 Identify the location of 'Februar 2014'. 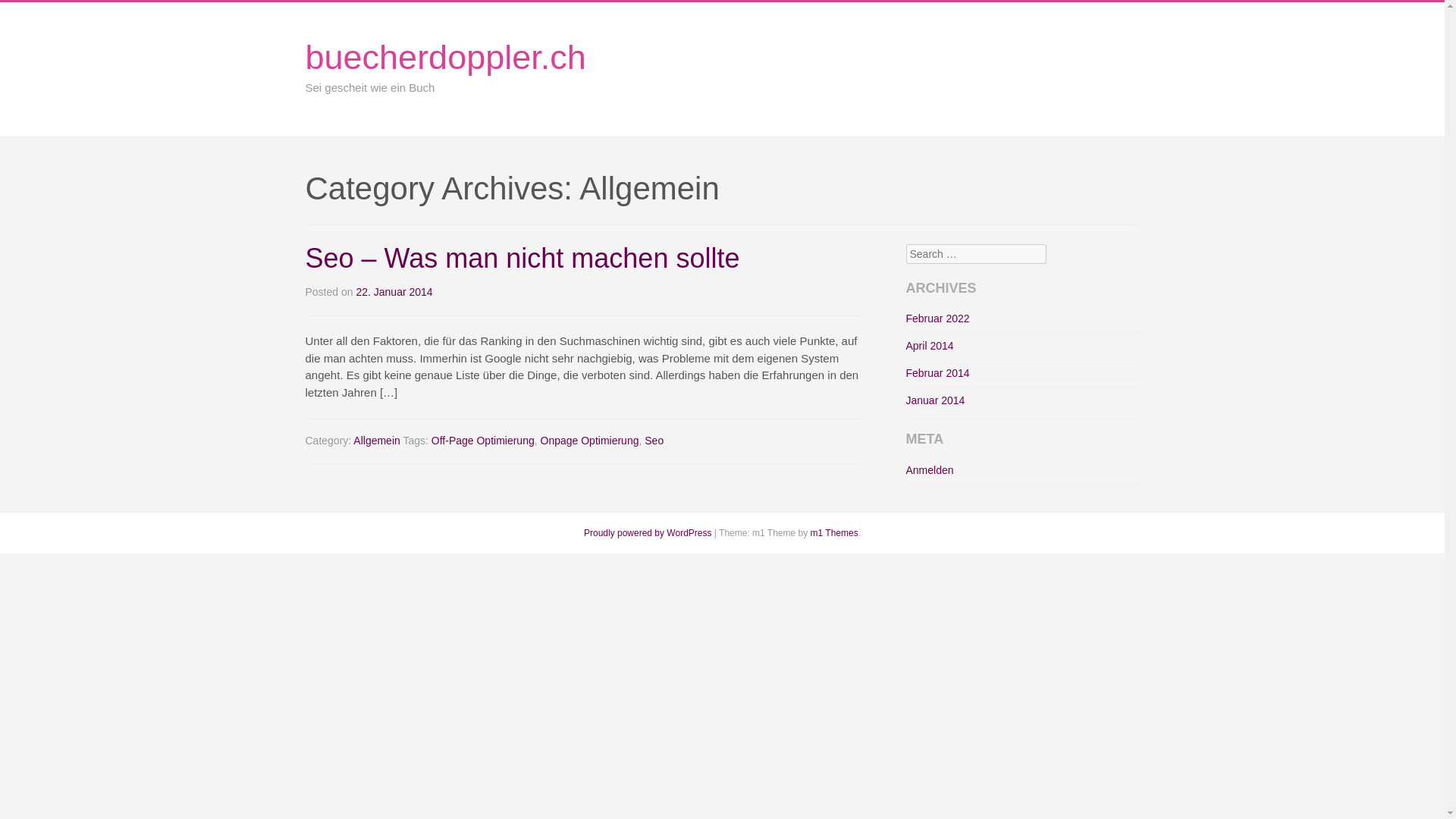
(937, 373).